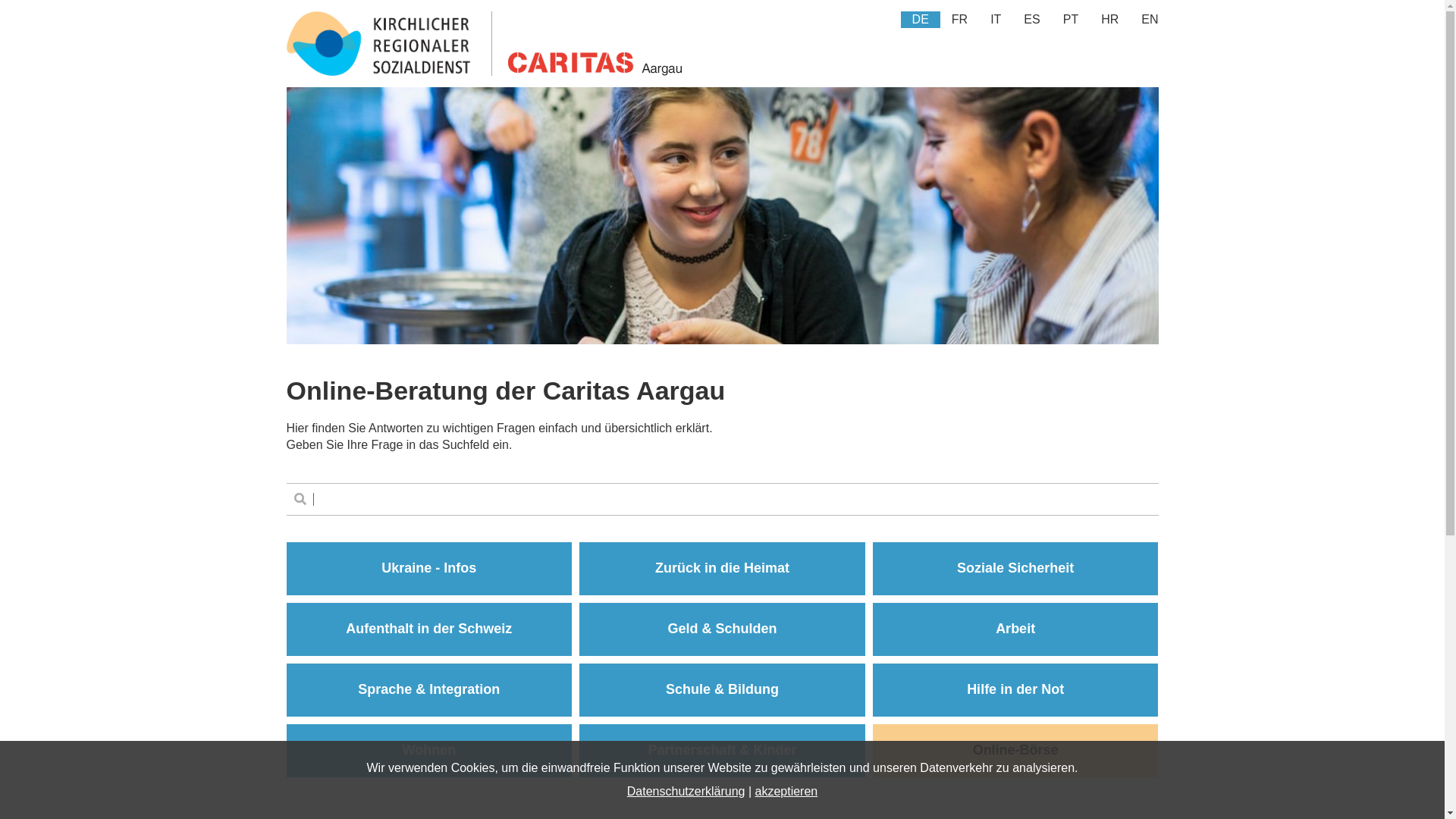 This screenshot has height=819, width=1456. What do you see at coordinates (428, 751) in the screenshot?
I see `'Wohnen'` at bounding box center [428, 751].